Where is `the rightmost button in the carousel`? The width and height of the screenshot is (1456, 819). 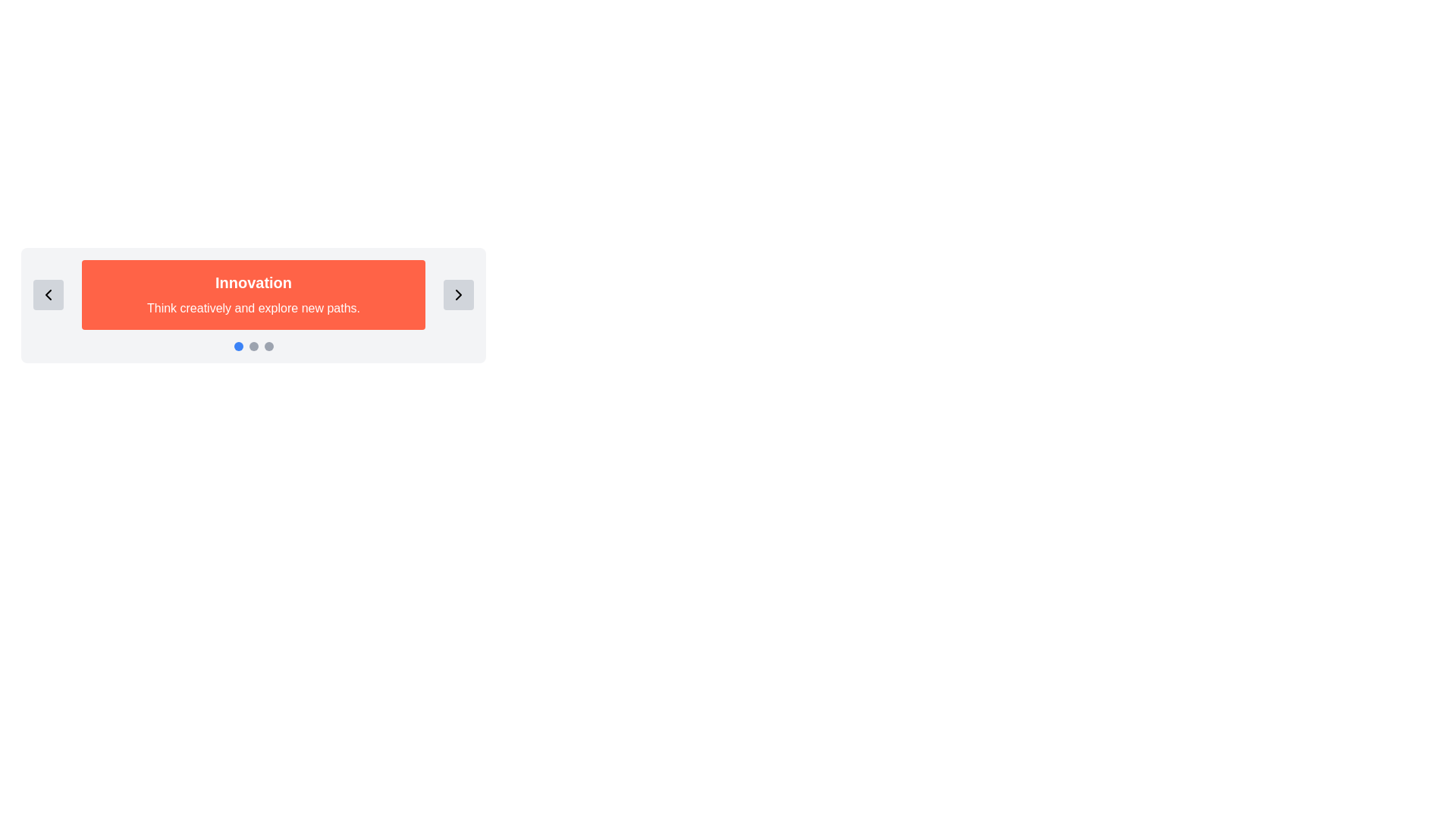 the rightmost button in the carousel is located at coordinates (457, 295).